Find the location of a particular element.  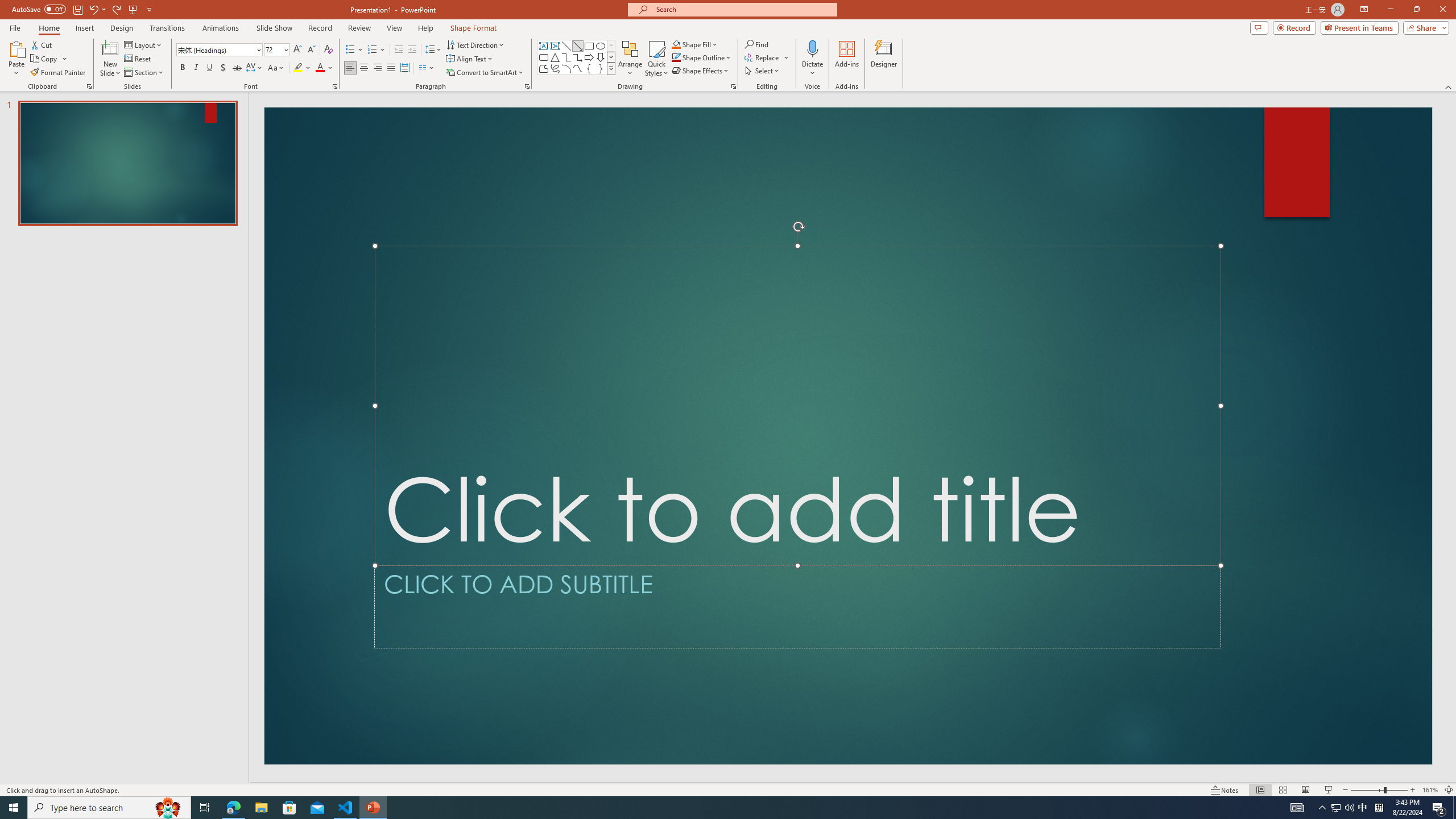

'Dictate' is located at coordinates (812, 48).